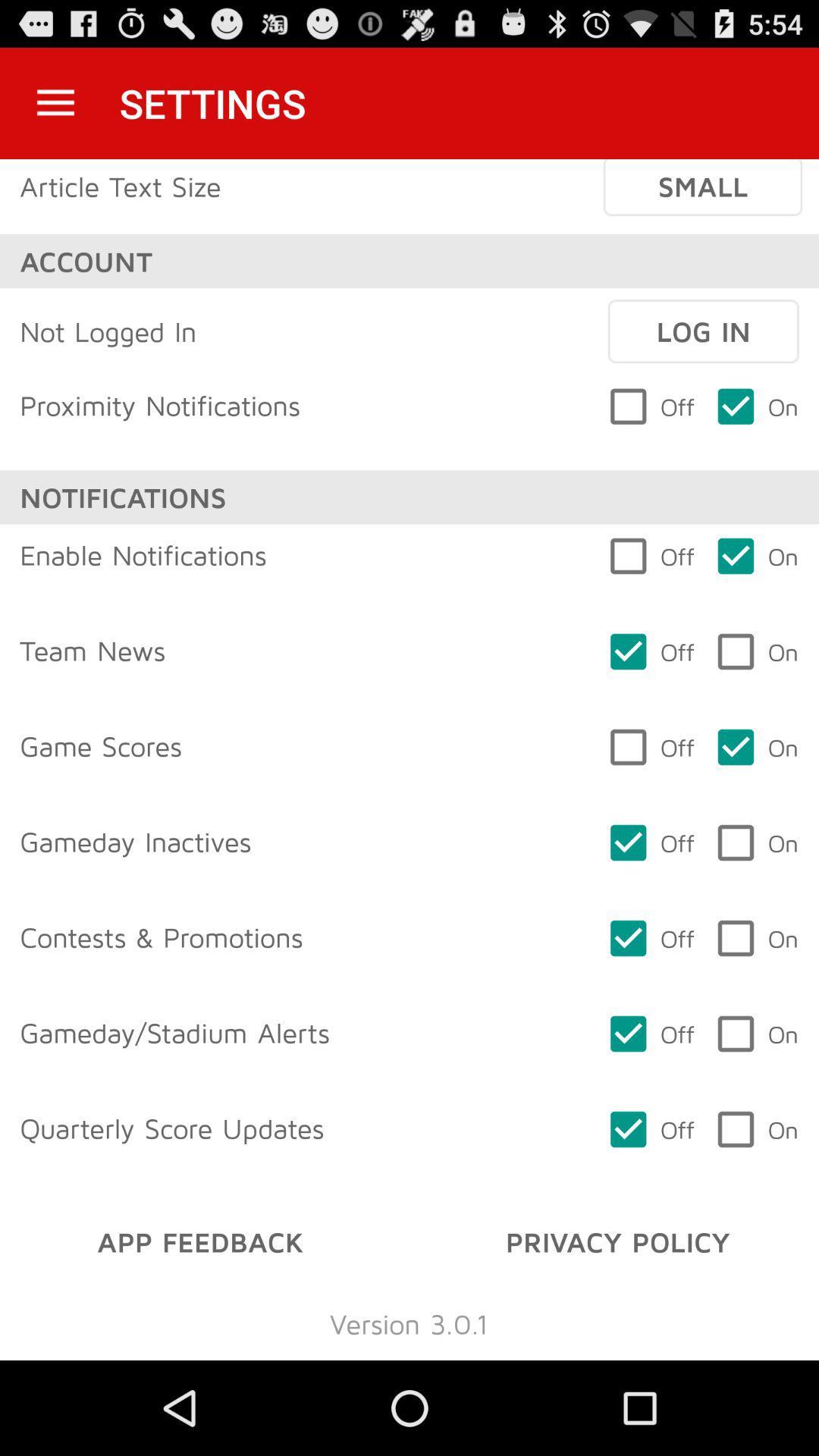 This screenshot has height=1456, width=819. Describe the element at coordinates (703, 331) in the screenshot. I see `the log in` at that location.